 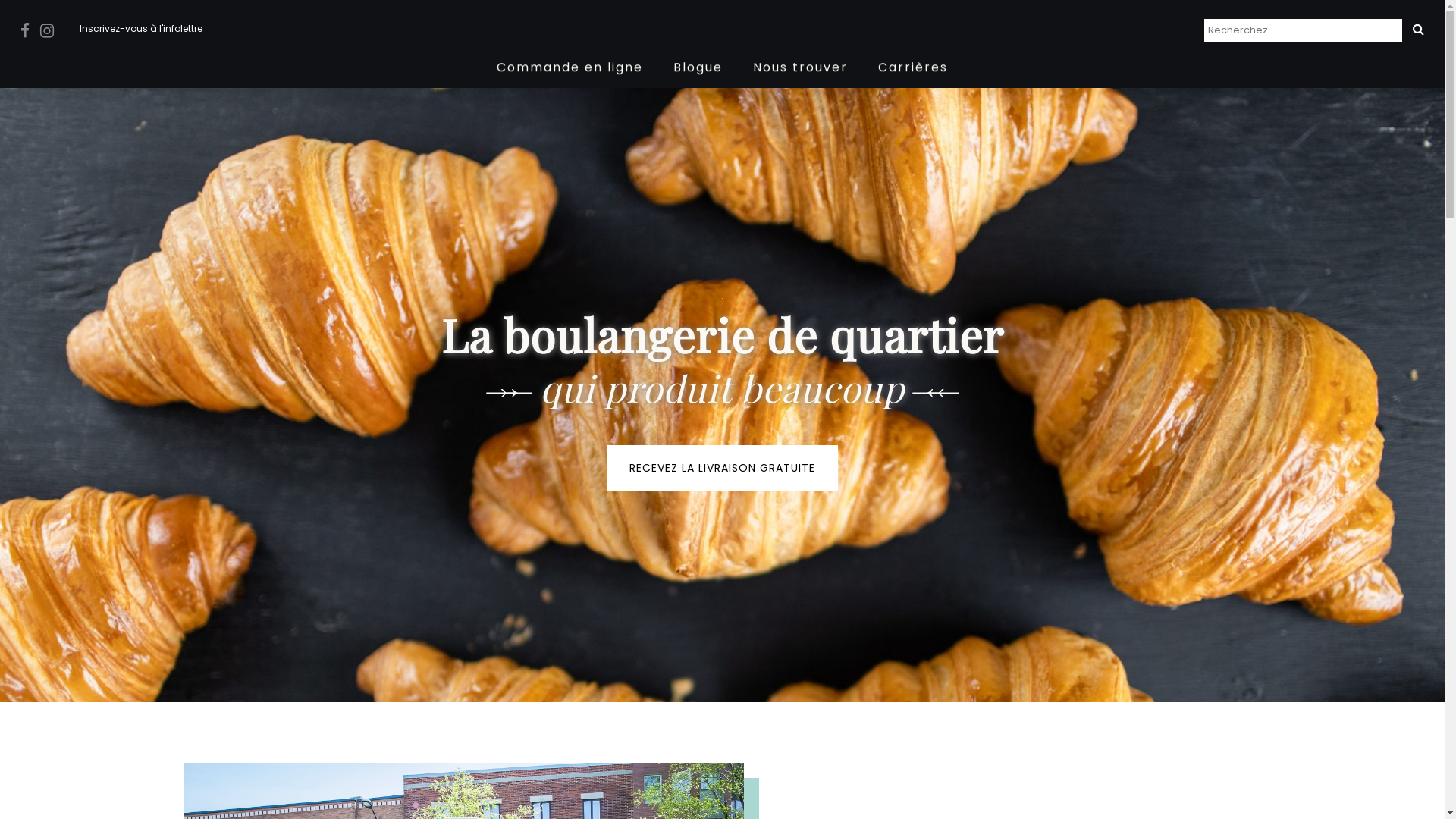 What do you see at coordinates (799, 65) in the screenshot?
I see `'Nous trouver'` at bounding box center [799, 65].